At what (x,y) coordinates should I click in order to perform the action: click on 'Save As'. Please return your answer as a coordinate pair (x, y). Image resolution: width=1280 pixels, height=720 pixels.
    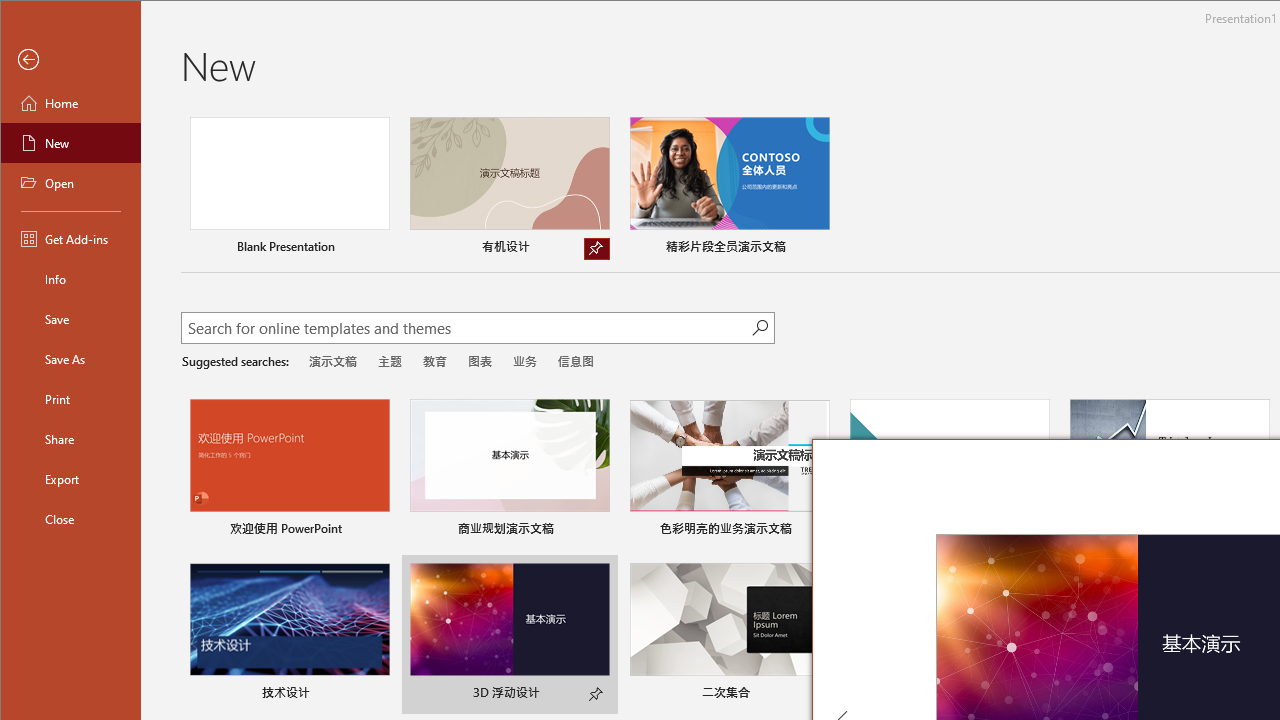
    Looking at the image, I should click on (71, 357).